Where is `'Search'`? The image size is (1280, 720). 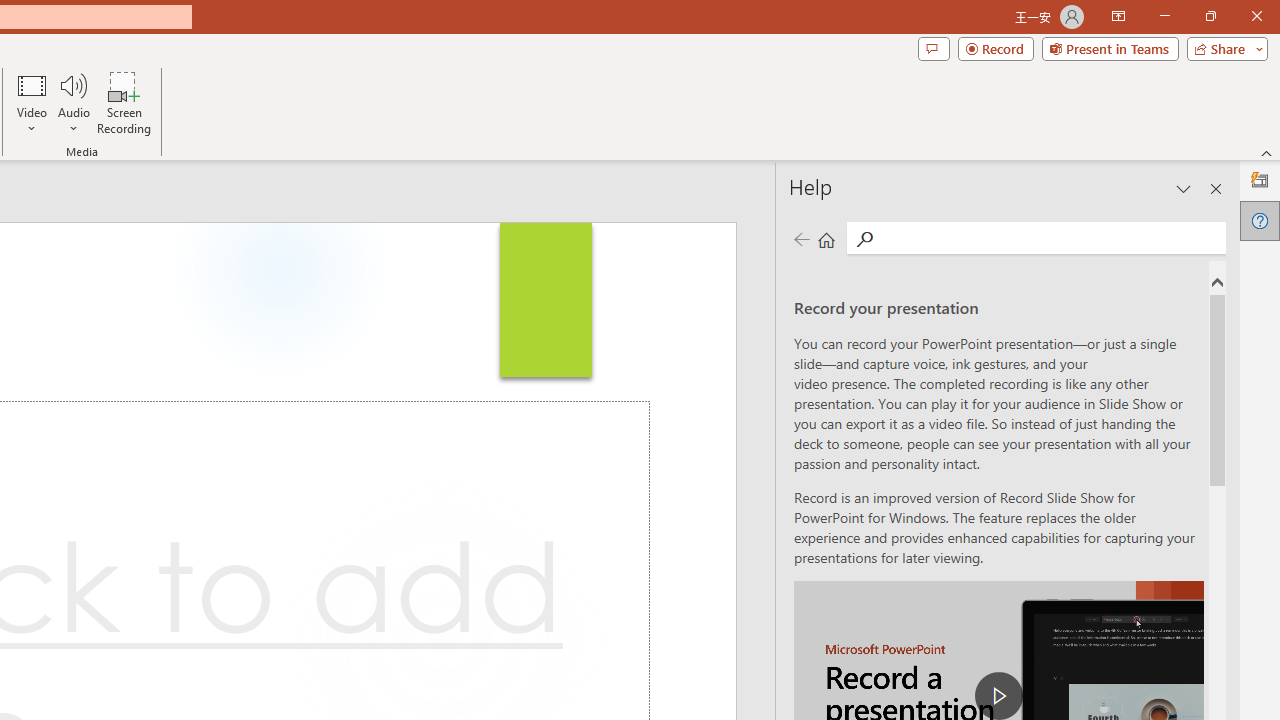 'Search' is located at coordinates (1049, 236).